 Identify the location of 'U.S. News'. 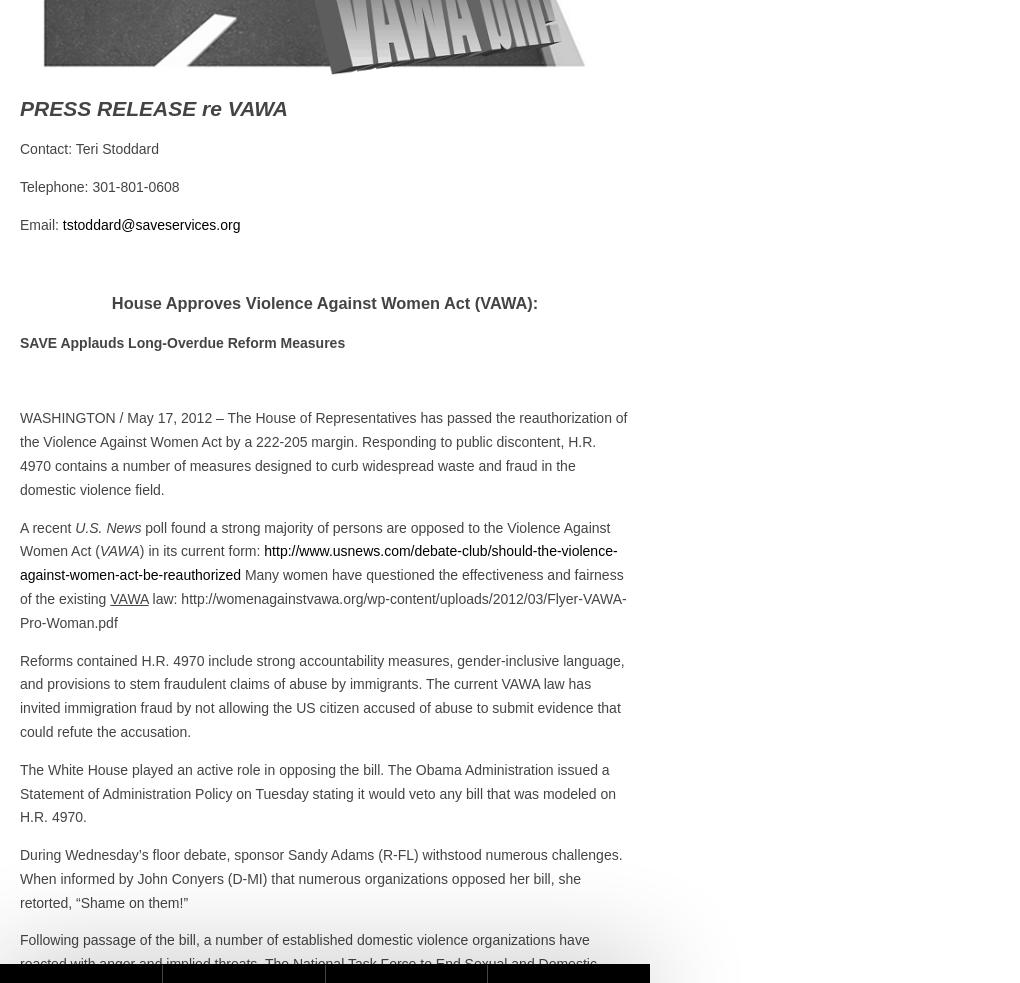
(107, 526).